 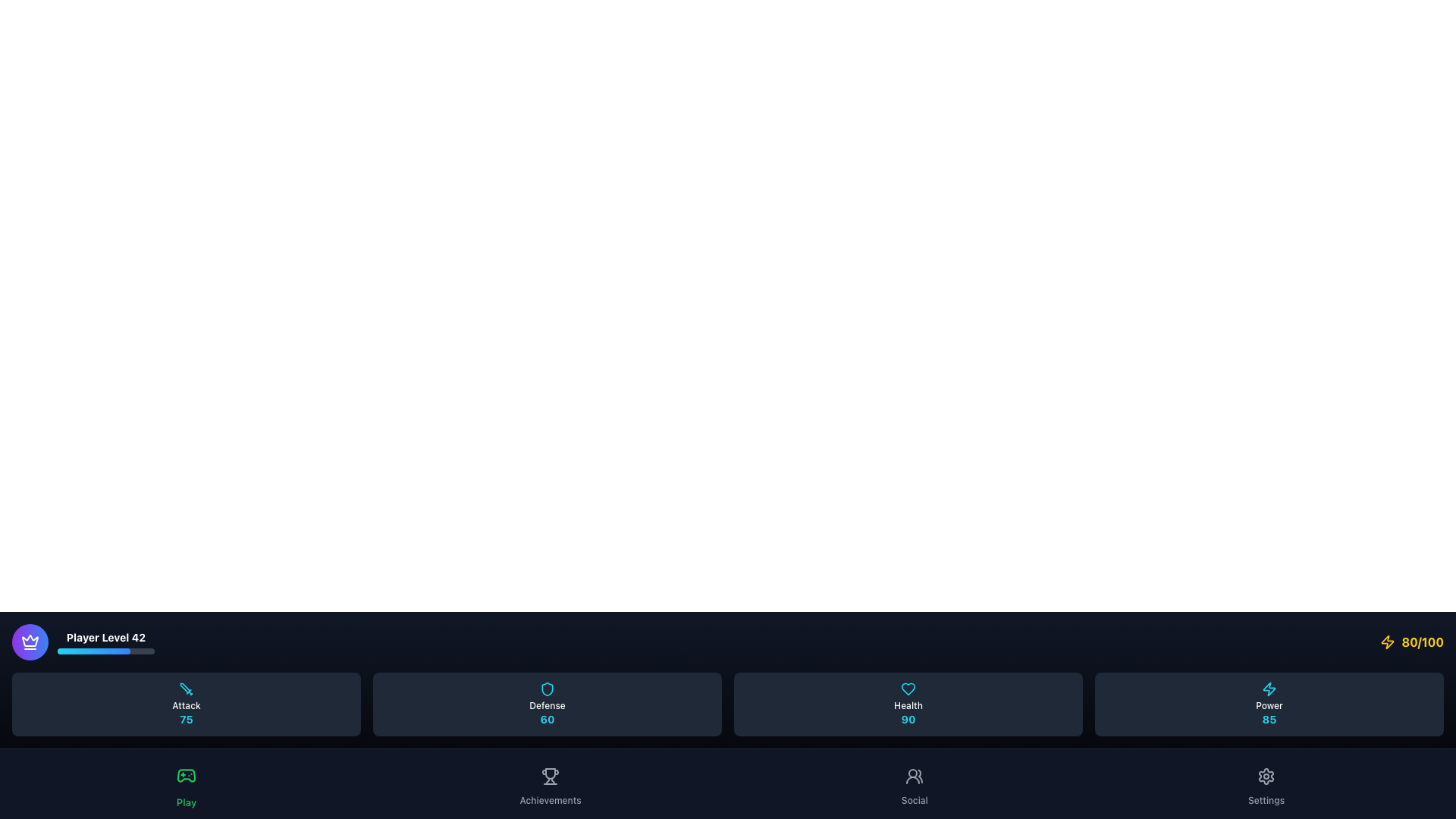 What do you see at coordinates (1269, 689) in the screenshot?
I see `the cyan-blue lightning bolt icon, which symbolizes power and energy, located at the center of the box containing the text 'Power' and '85'` at bounding box center [1269, 689].